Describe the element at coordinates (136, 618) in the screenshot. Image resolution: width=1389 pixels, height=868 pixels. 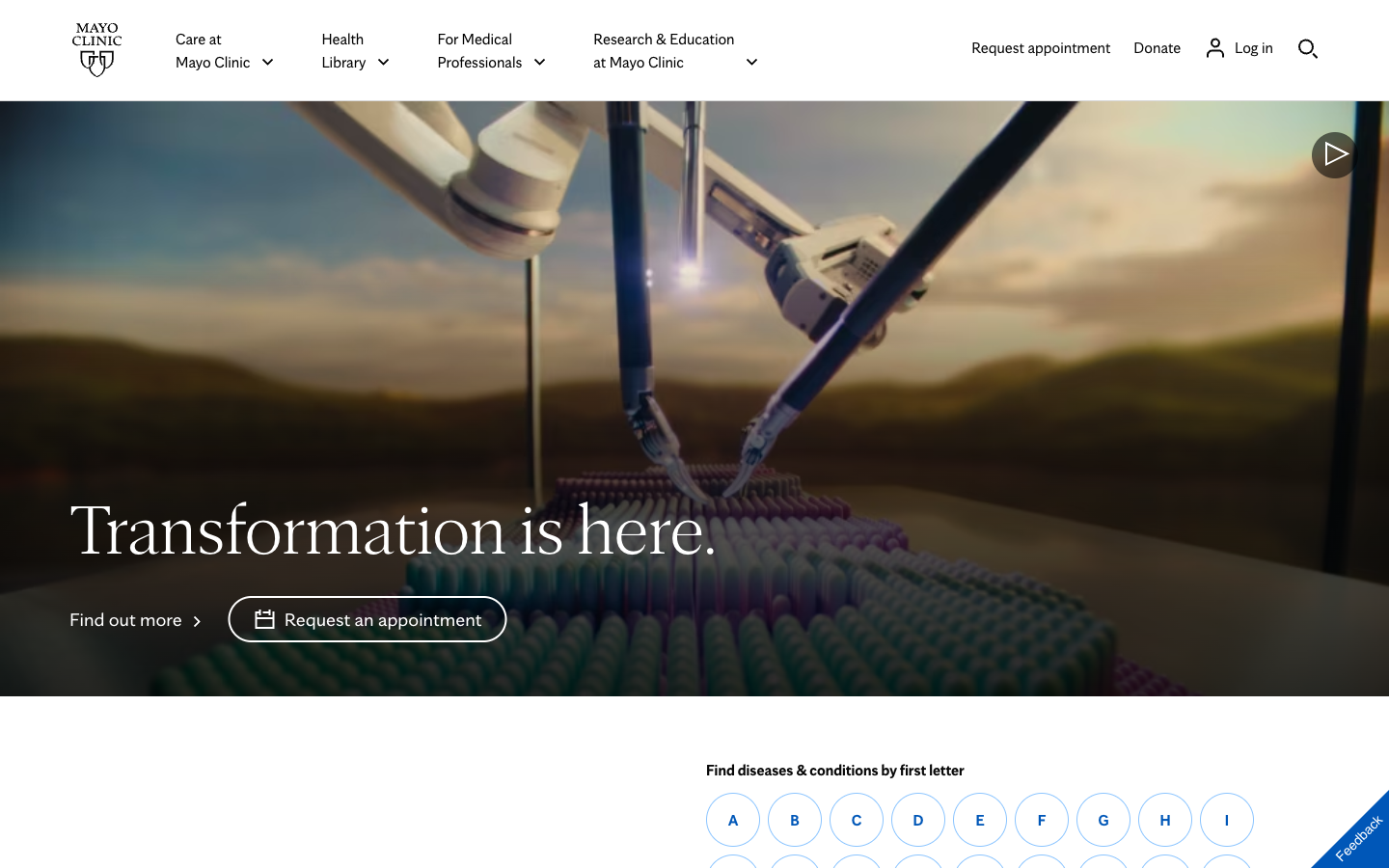
I see `a study on the changes observed at Mayo Clinic` at that location.